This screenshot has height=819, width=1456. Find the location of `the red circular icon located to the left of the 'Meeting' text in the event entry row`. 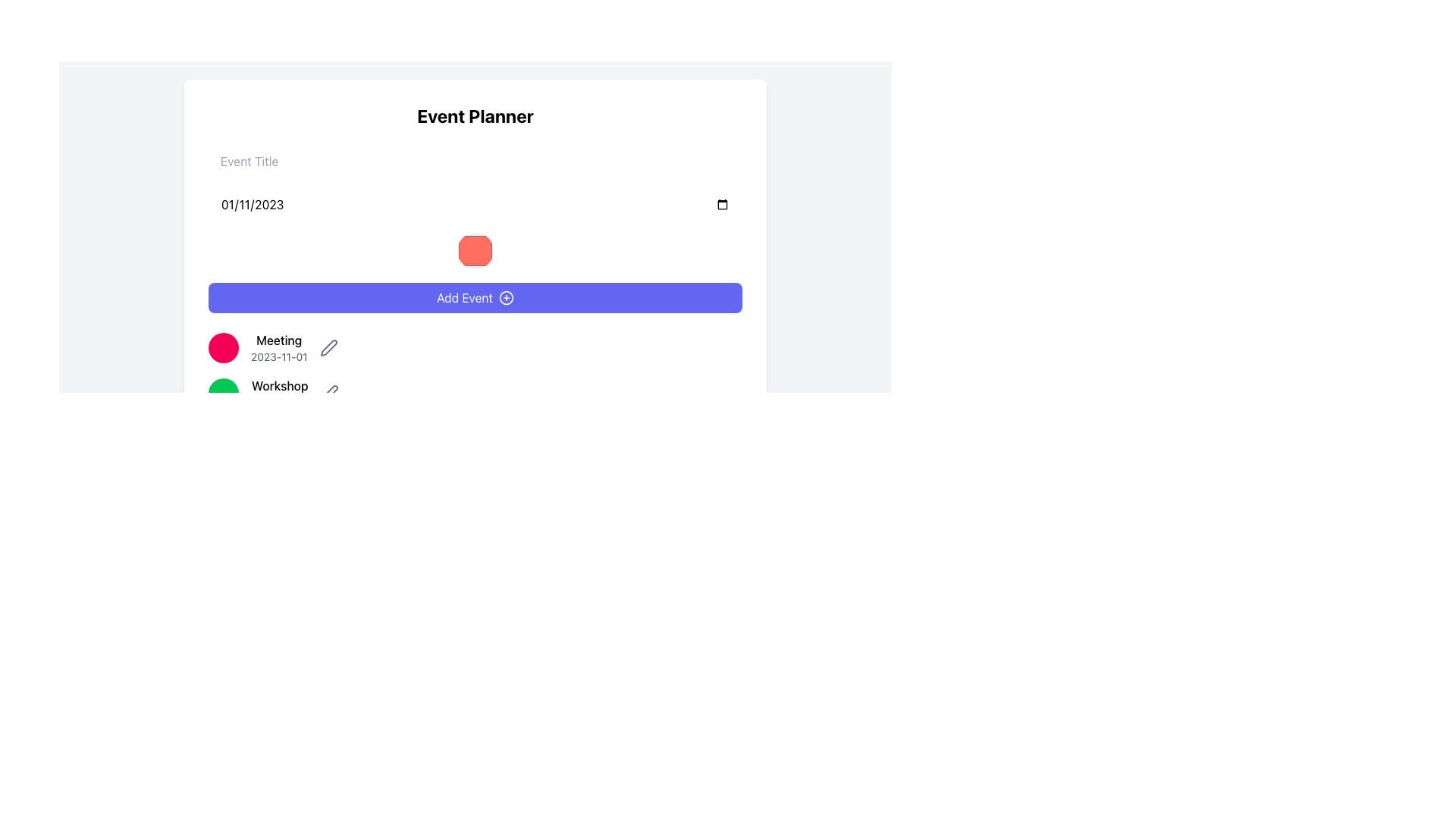

the red circular icon located to the left of the 'Meeting' text in the event entry row is located at coordinates (222, 348).